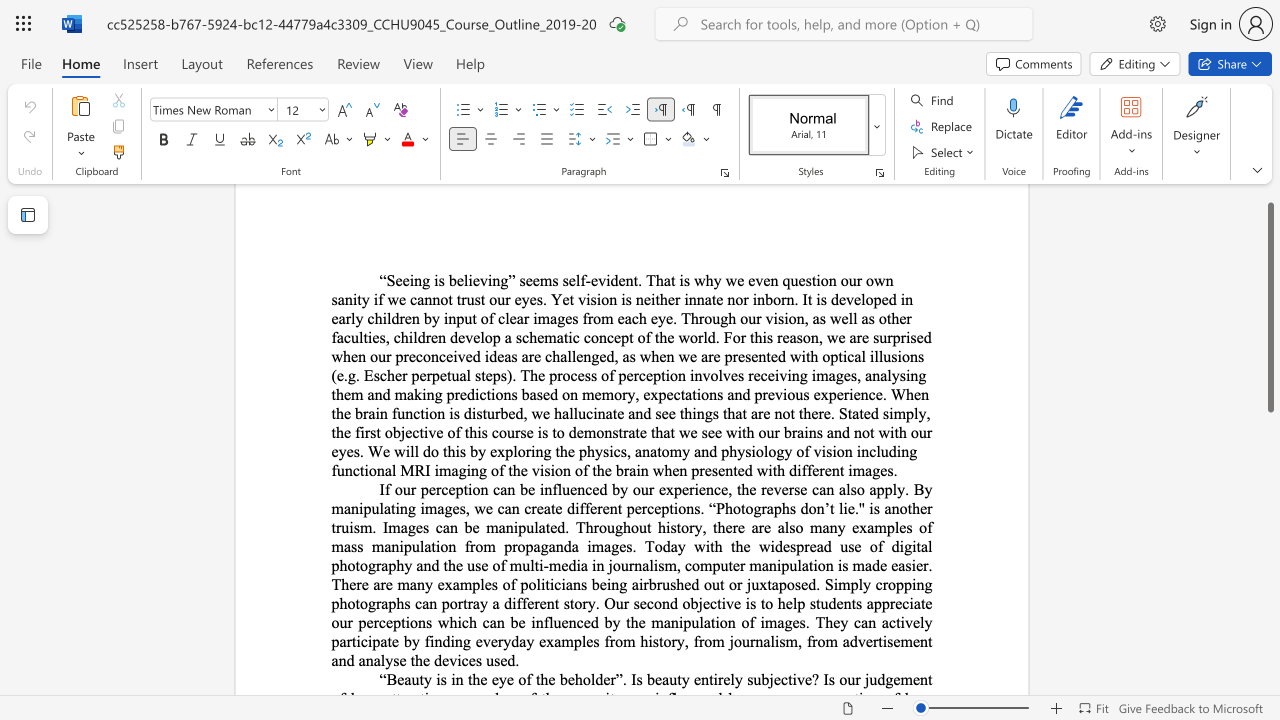 This screenshot has width=1280, height=720. What do you see at coordinates (1269, 307) in the screenshot?
I see `the scrollbar and move up 10 pixels` at bounding box center [1269, 307].